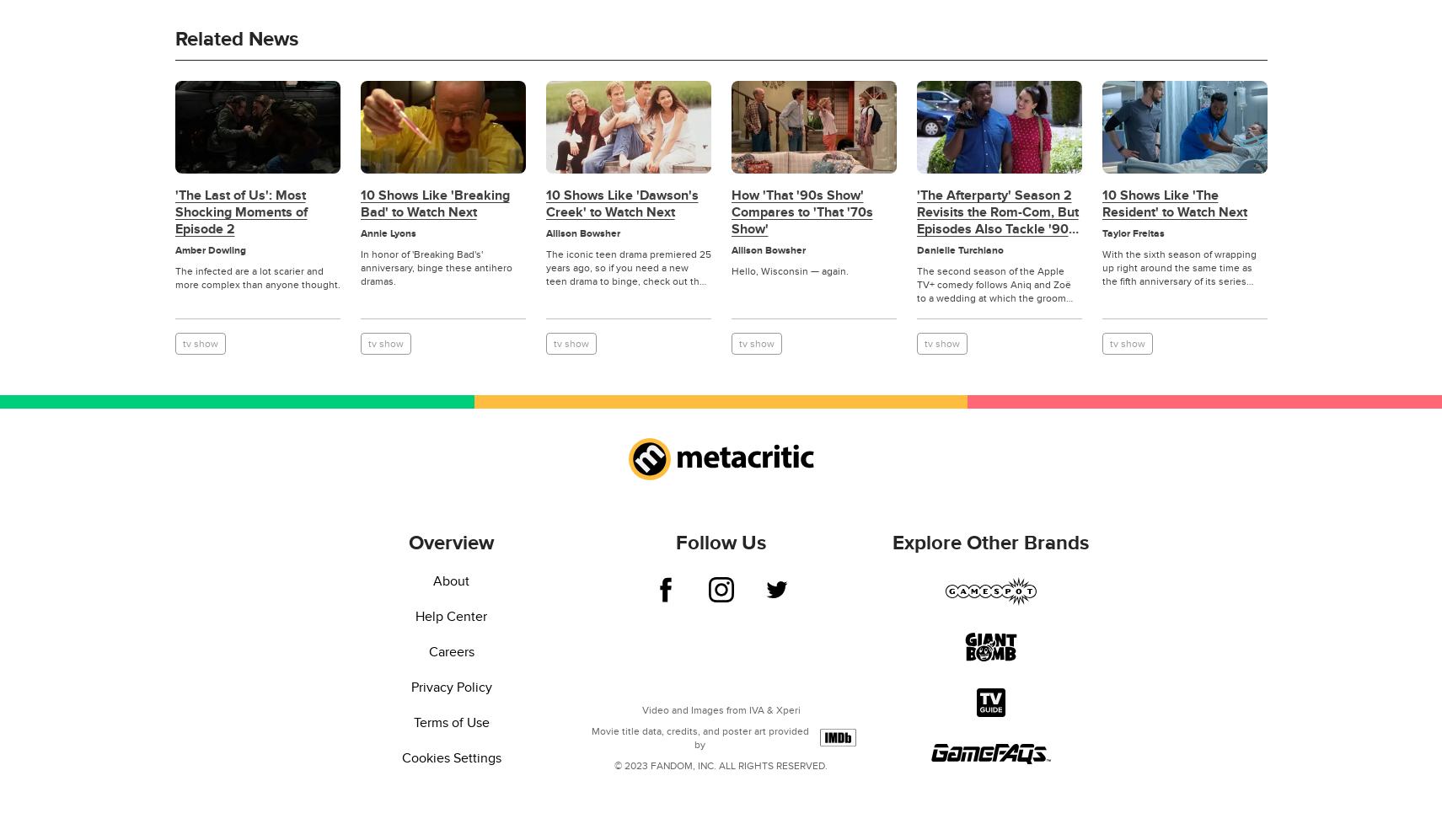 This screenshot has width=1442, height=840. What do you see at coordinates (451, 580) in the screenshot?
I see `'About'` at bounding box center [451, 580].